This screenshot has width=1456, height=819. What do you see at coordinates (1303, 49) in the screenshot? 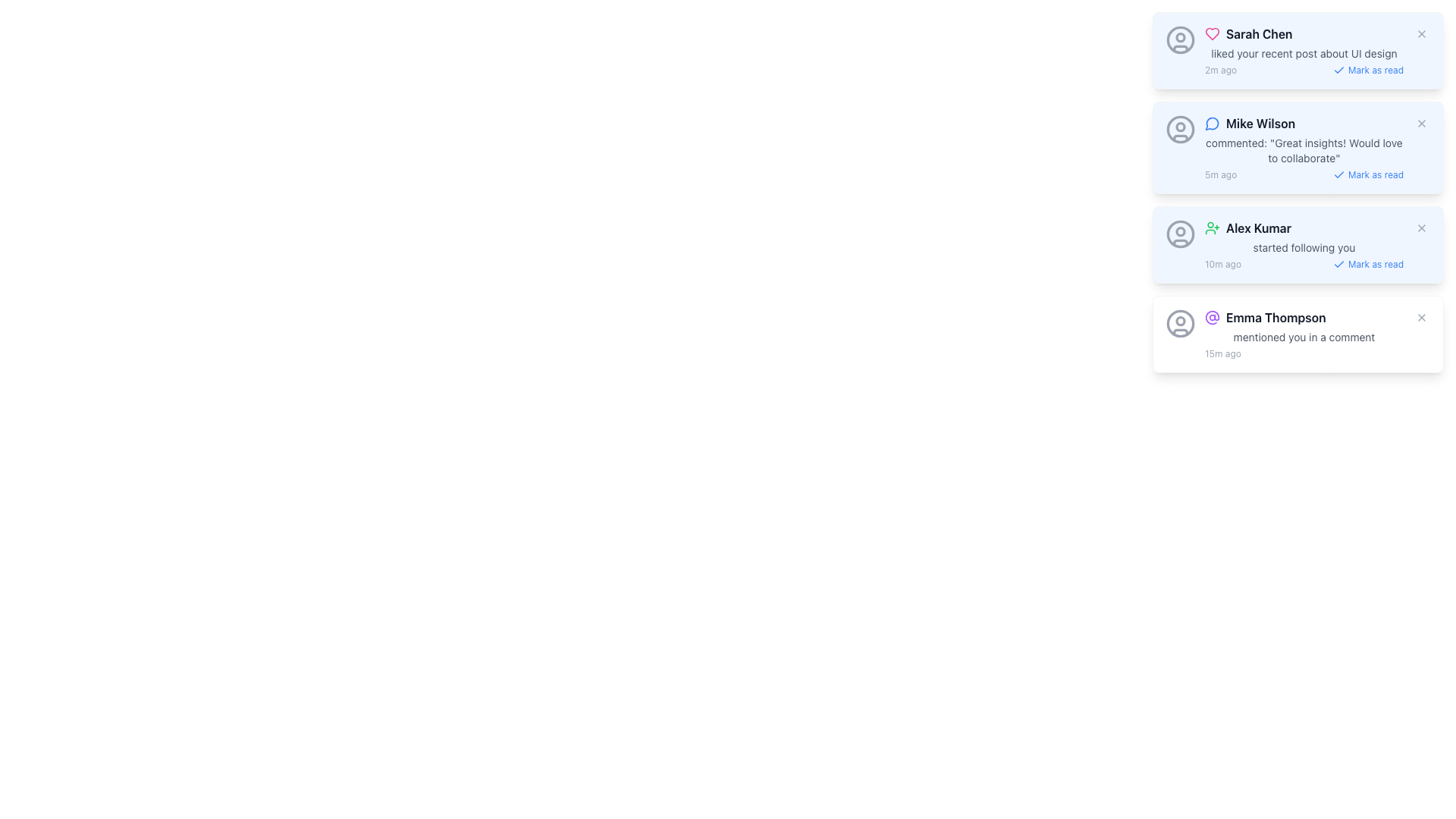
I see `the Notification card that informs the user that Sarah Chen has liked their post about UI design, which is the topmost notification in the list` at bounding box center [1303, 49].